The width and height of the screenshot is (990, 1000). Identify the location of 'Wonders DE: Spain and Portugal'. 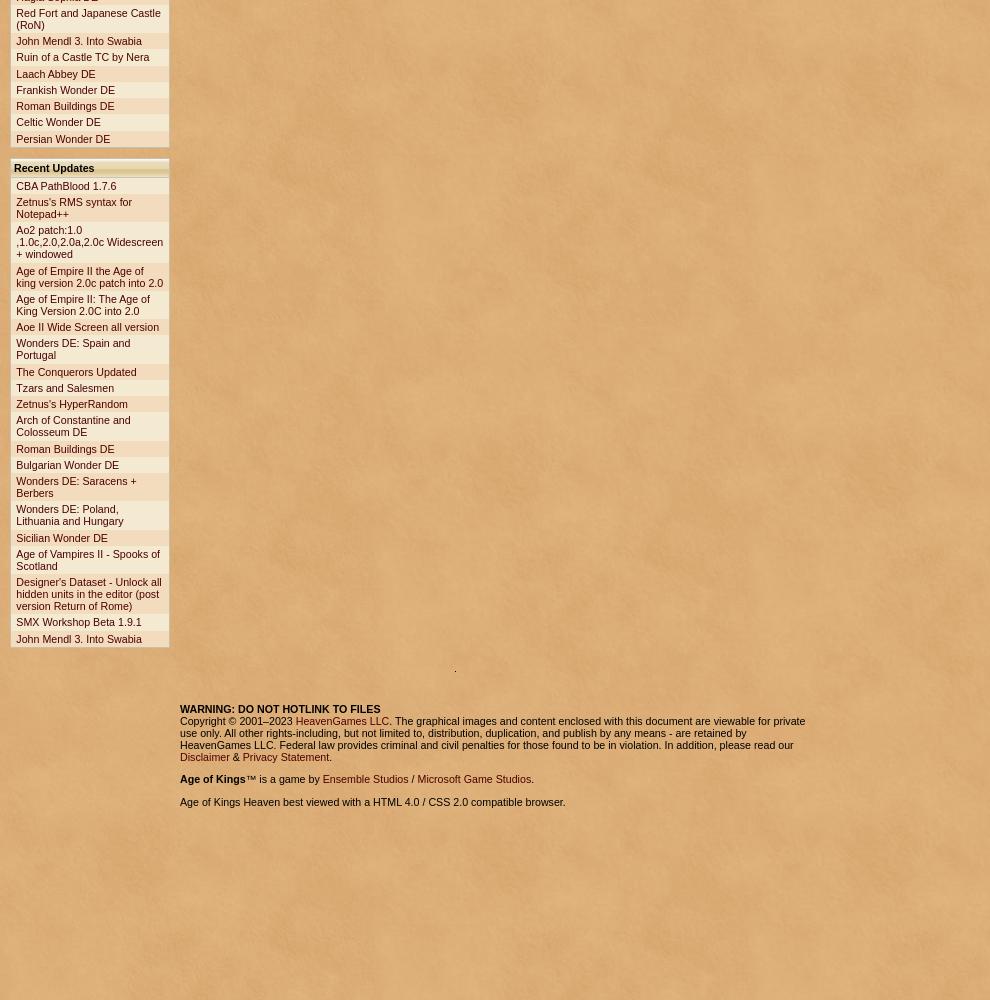
(72, 348).